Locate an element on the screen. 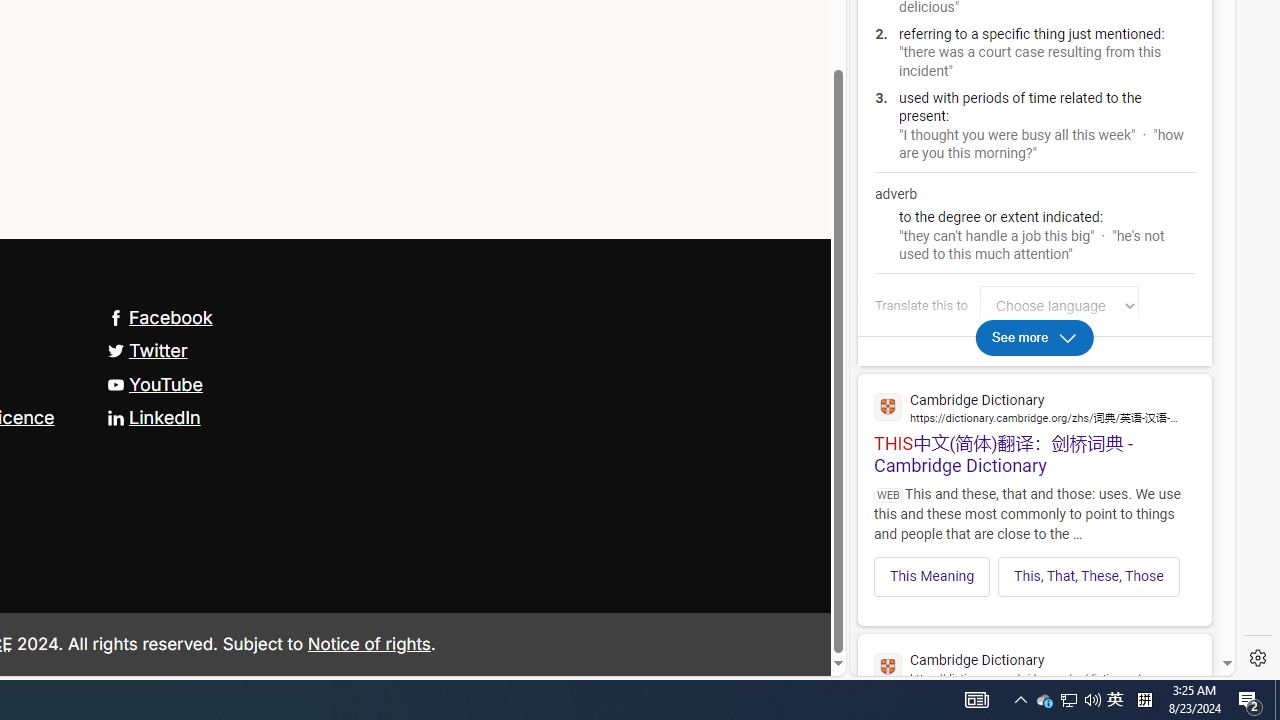 The image size is (1280, 720). 'Facebook' is located at coordinates (158, 316).